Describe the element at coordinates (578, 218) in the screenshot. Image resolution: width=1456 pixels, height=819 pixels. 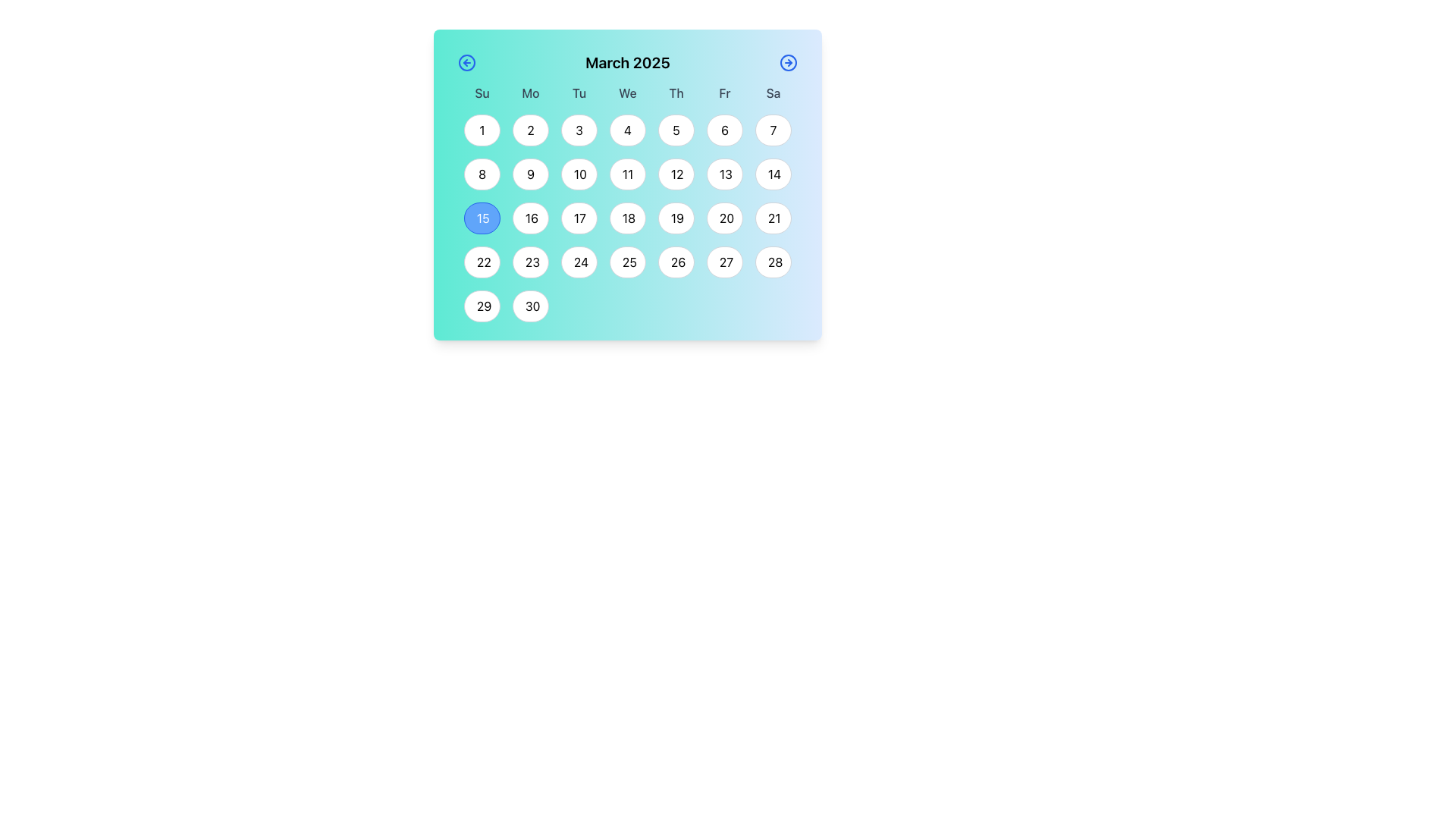
I see `the button representing the selectable date of the 17th in the calendar grid located in the third row and third column under the 'Friday' header` at that location.